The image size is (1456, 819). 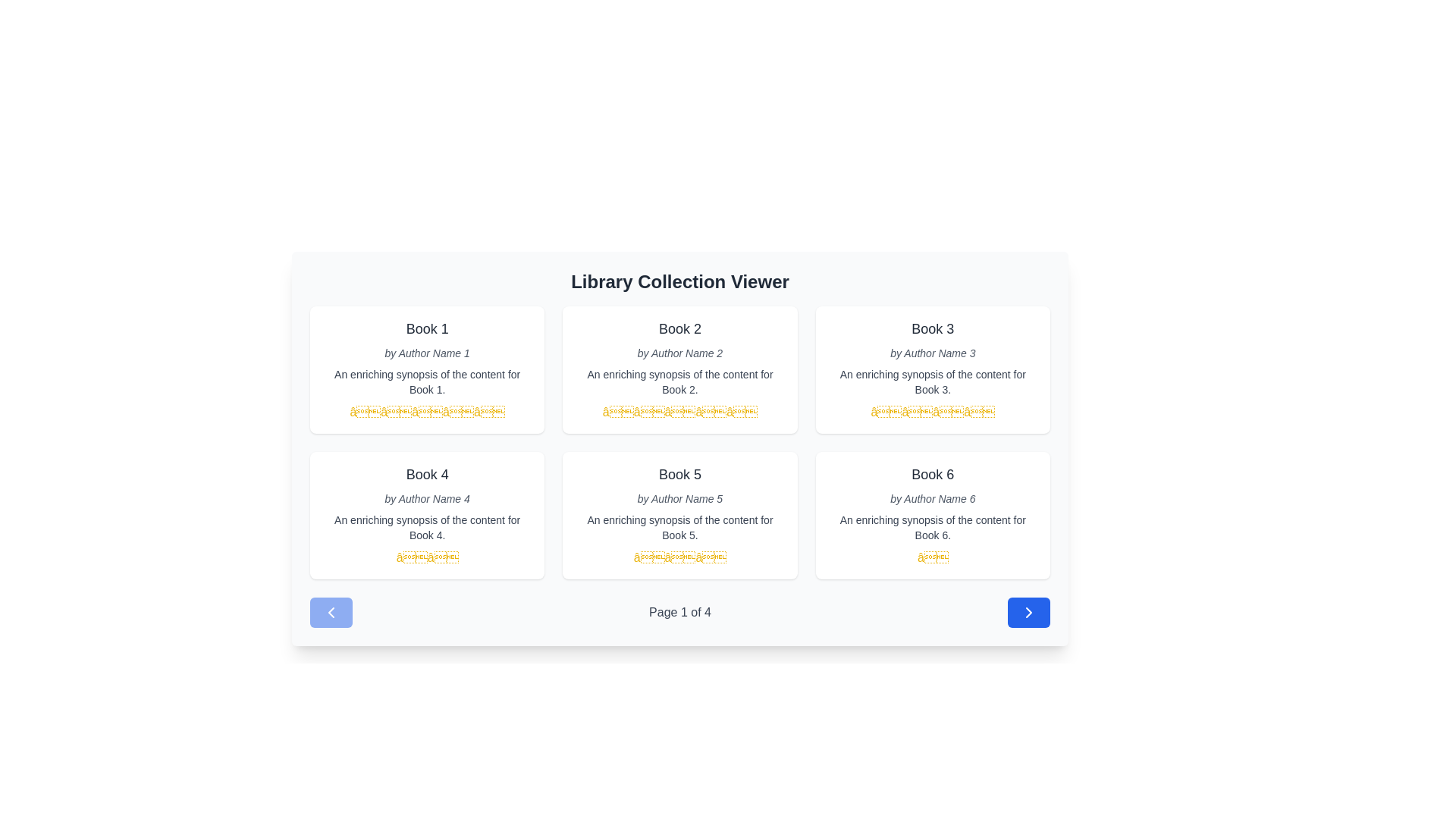 I want to click on the title text of a book in the collection viewer, which is located at the top of a card in the second column of the top row, below the header 'Library Collection Viewer.', so click(x=679, y=328).